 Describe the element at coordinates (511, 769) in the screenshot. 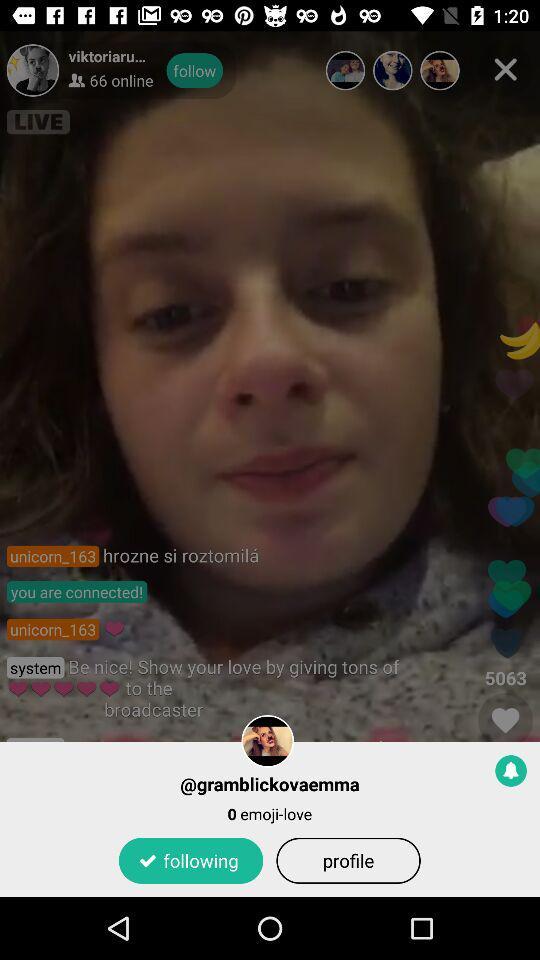

I see `the item next to the @gramblickovaemma item` at that location.